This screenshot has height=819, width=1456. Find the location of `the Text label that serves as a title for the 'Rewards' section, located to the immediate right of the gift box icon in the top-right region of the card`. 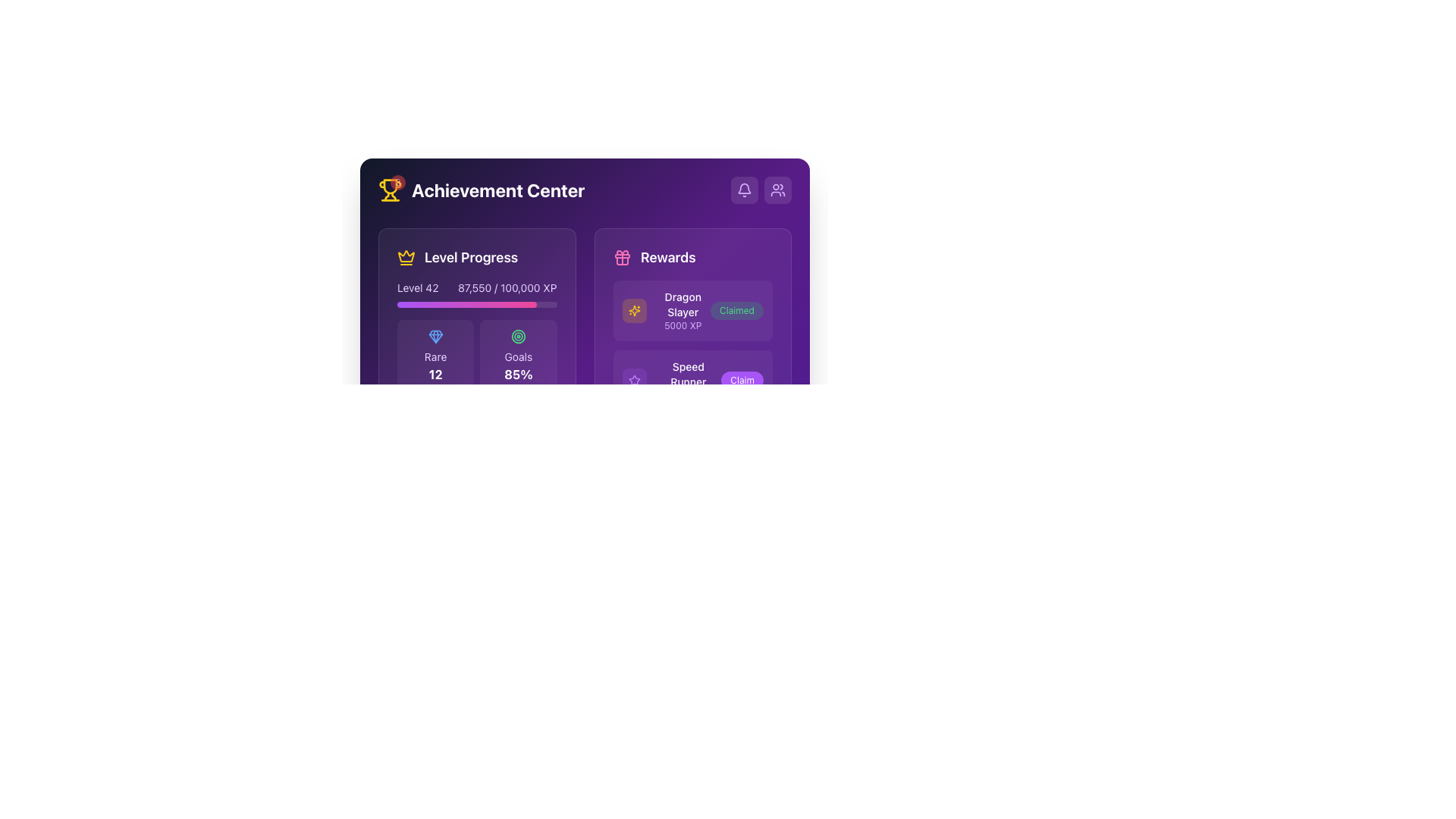

the Text label that serves as a title for the 'Rewards' section, located to the immediate right of the gift box icon in the top-right region of the card is located at coordinates (667, 256).